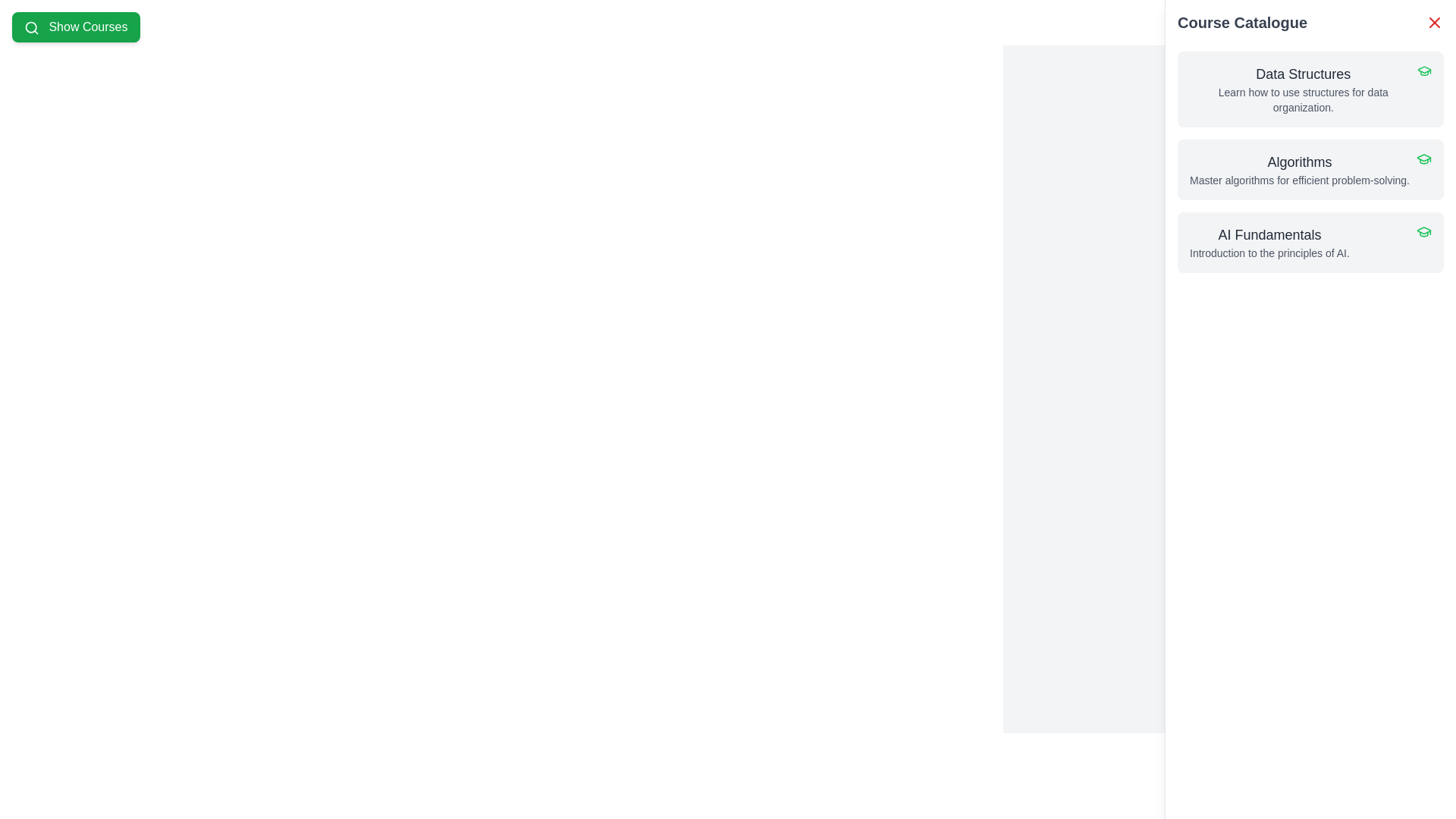  Describe the element at coordinates (1310, 162) in the screenshot. I see `the interactive module within the 'Course Catalogue' sidebar` at that location.